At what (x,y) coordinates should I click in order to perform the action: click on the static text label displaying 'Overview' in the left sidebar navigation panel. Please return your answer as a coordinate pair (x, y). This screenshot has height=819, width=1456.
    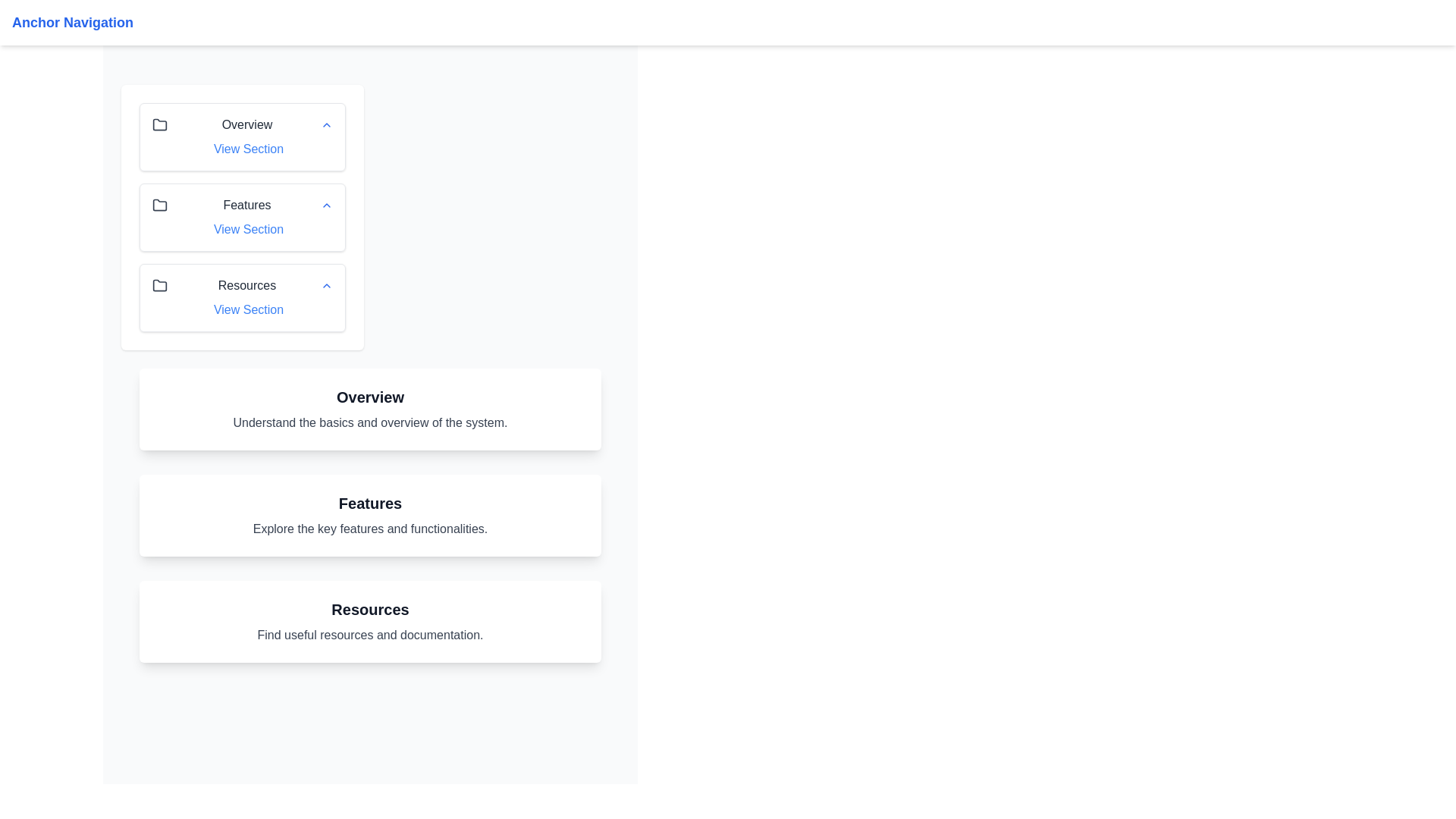
    Looking at the image, I should click on (247, 124).